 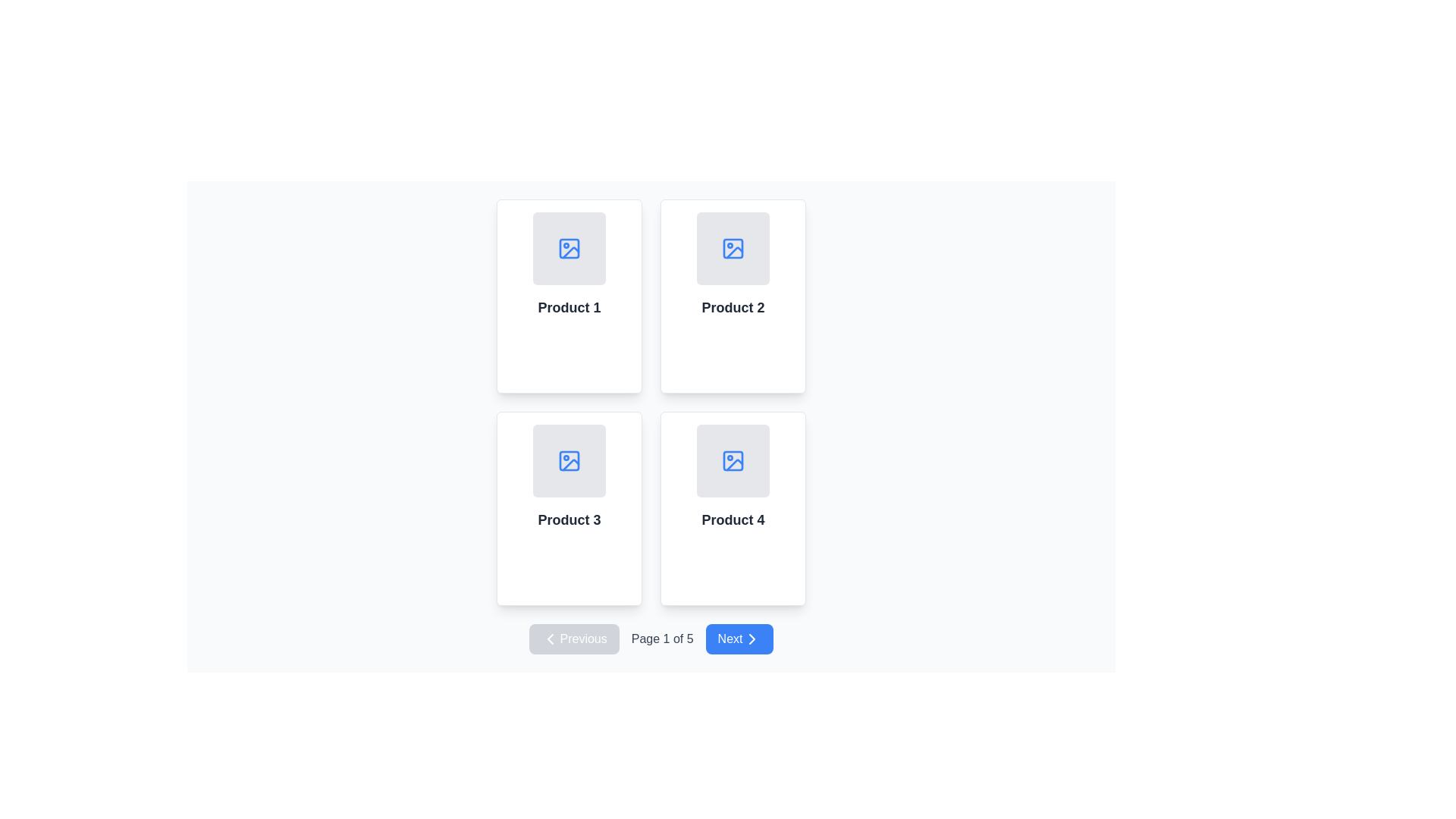 I want to click on the blue SVG icon depicting an image, which is centered within the gray square of the 'Product 4' card in the bottom-right of the 2x2 grid layout, so click(x=733, y=460).